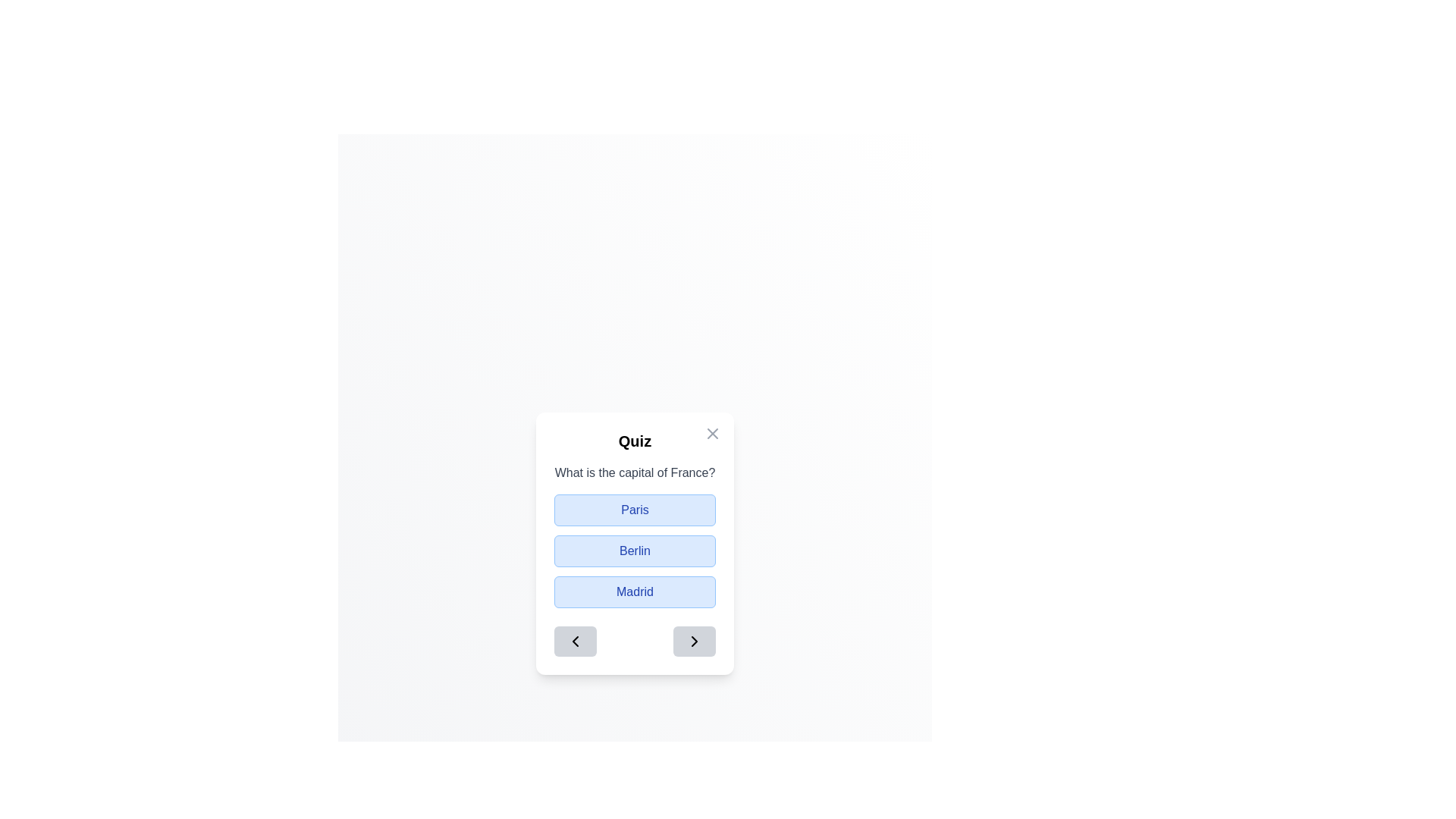  I want to click on the leftward-pointing arrow icon embedded in the button located at the bottom-left section of the quiz dialogue box, so click(574, 641).